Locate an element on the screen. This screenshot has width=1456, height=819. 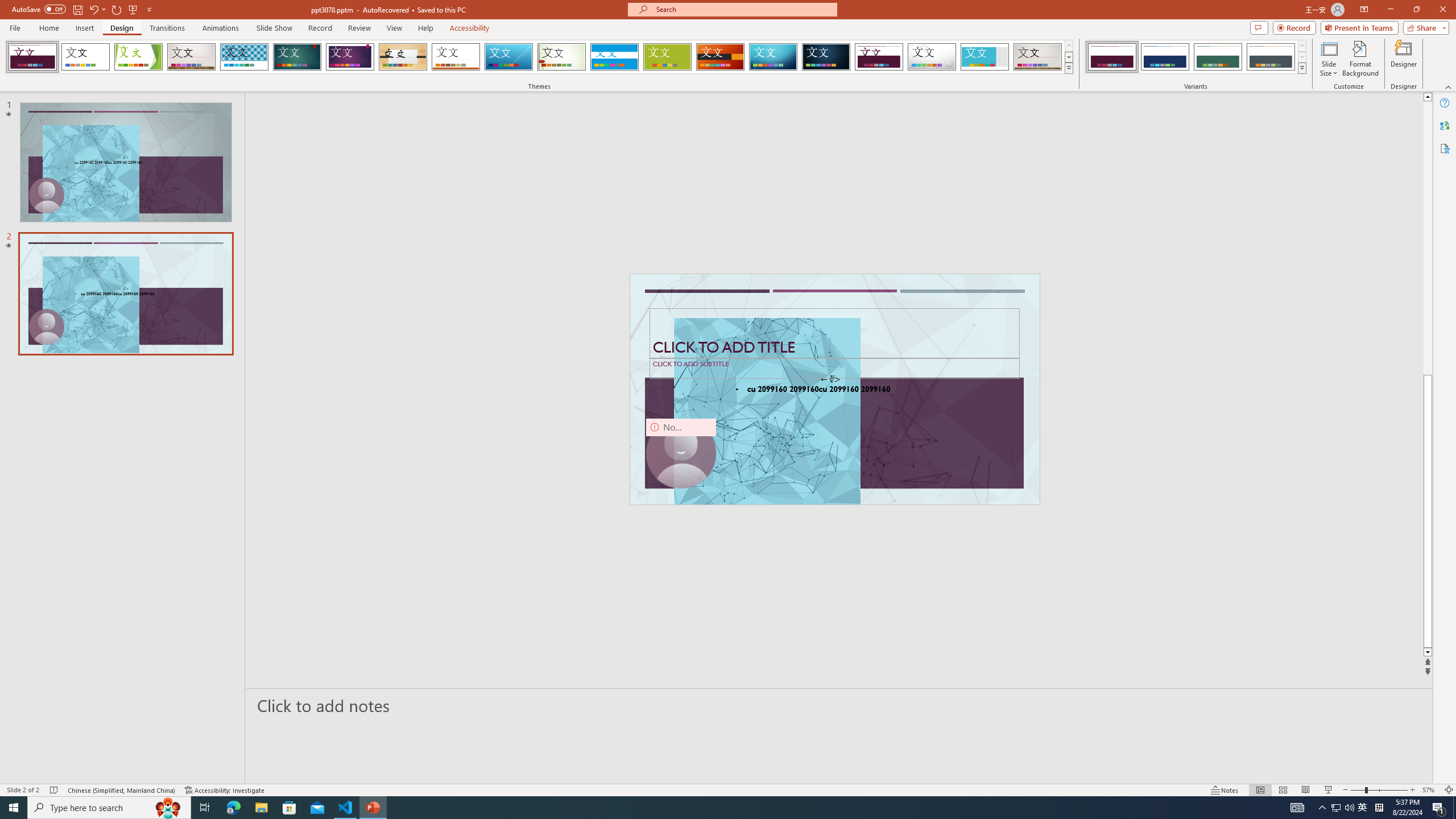
'Title TextBox' is located at coordinates (834, 333).